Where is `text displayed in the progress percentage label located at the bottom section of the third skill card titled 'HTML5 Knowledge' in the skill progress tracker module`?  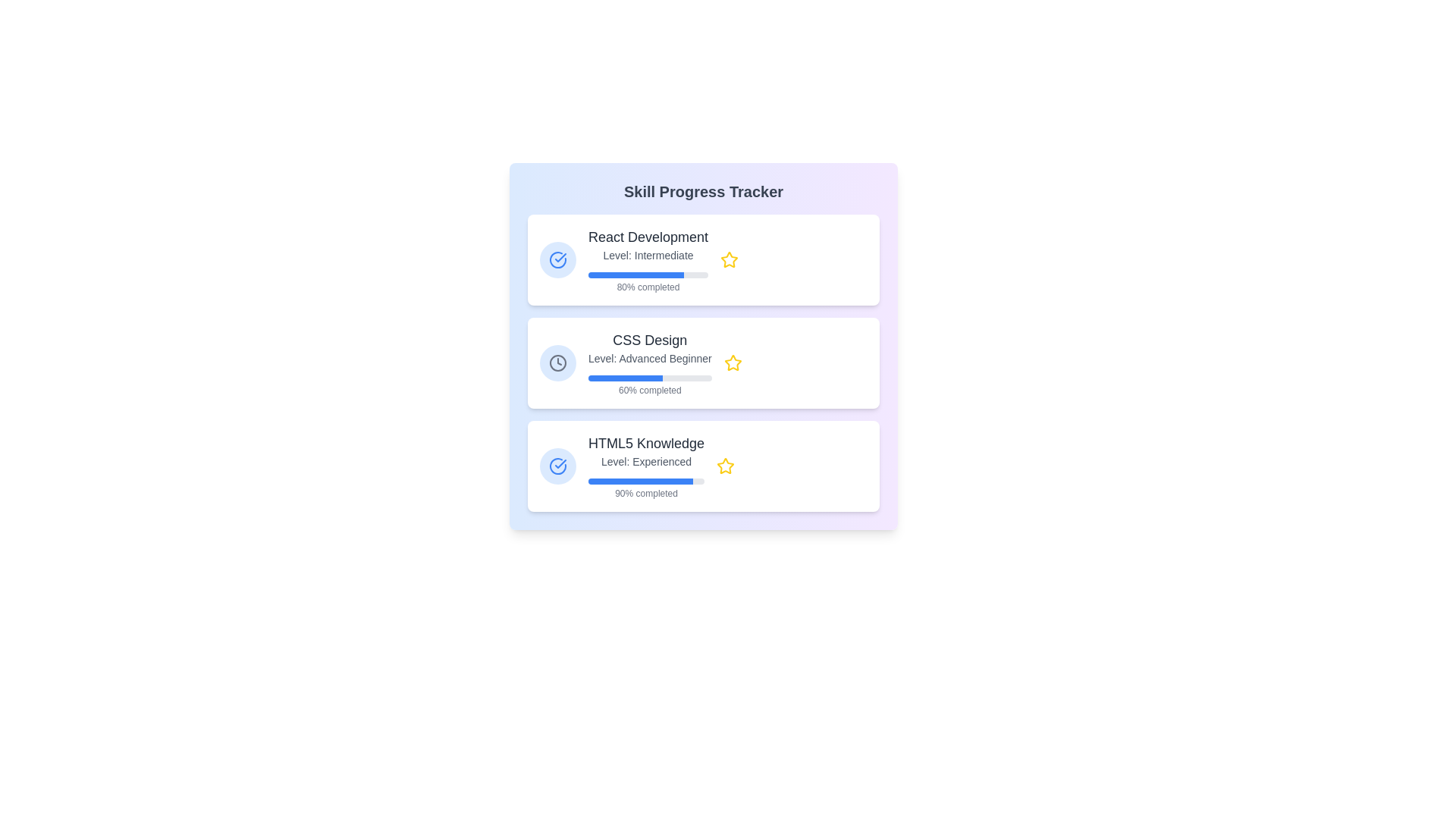
text displayed in the progress percentage label located at the bottom section of the third skill card titled 'HTML5 Knowledge' in the skill progress tracker module is located at coordinates (646, 494).